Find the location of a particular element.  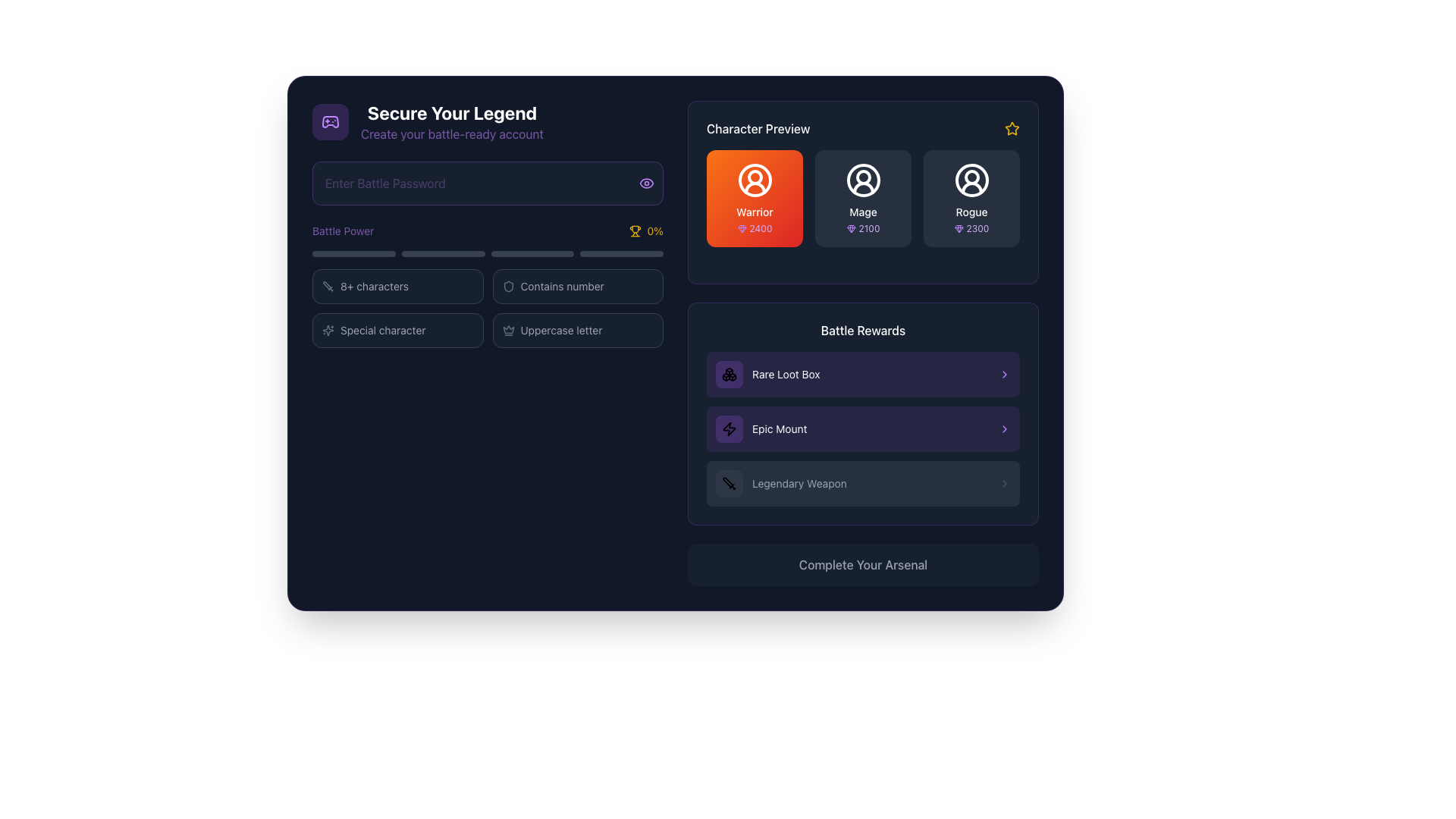

the criteria indicator element that shows 'Contains number' with a shield icon for further details is located at coordinates (577, 287).